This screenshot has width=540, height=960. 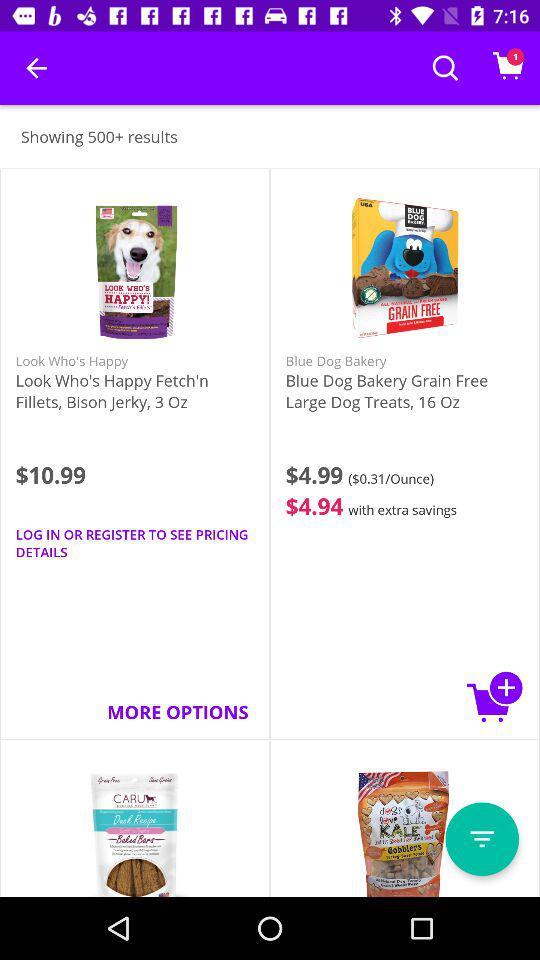 I want to click on the filter_list icon, so click(x=481, y=839).